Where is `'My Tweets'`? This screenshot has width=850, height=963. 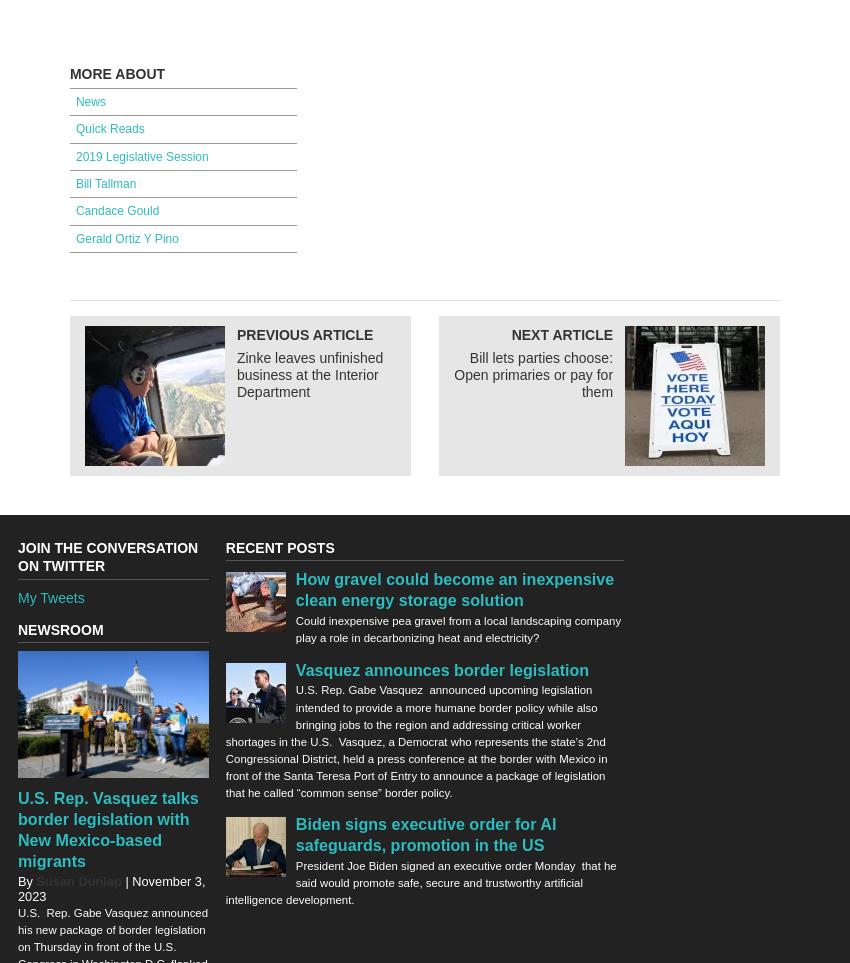 'My Tweets' is located at coordinates (51, 596).